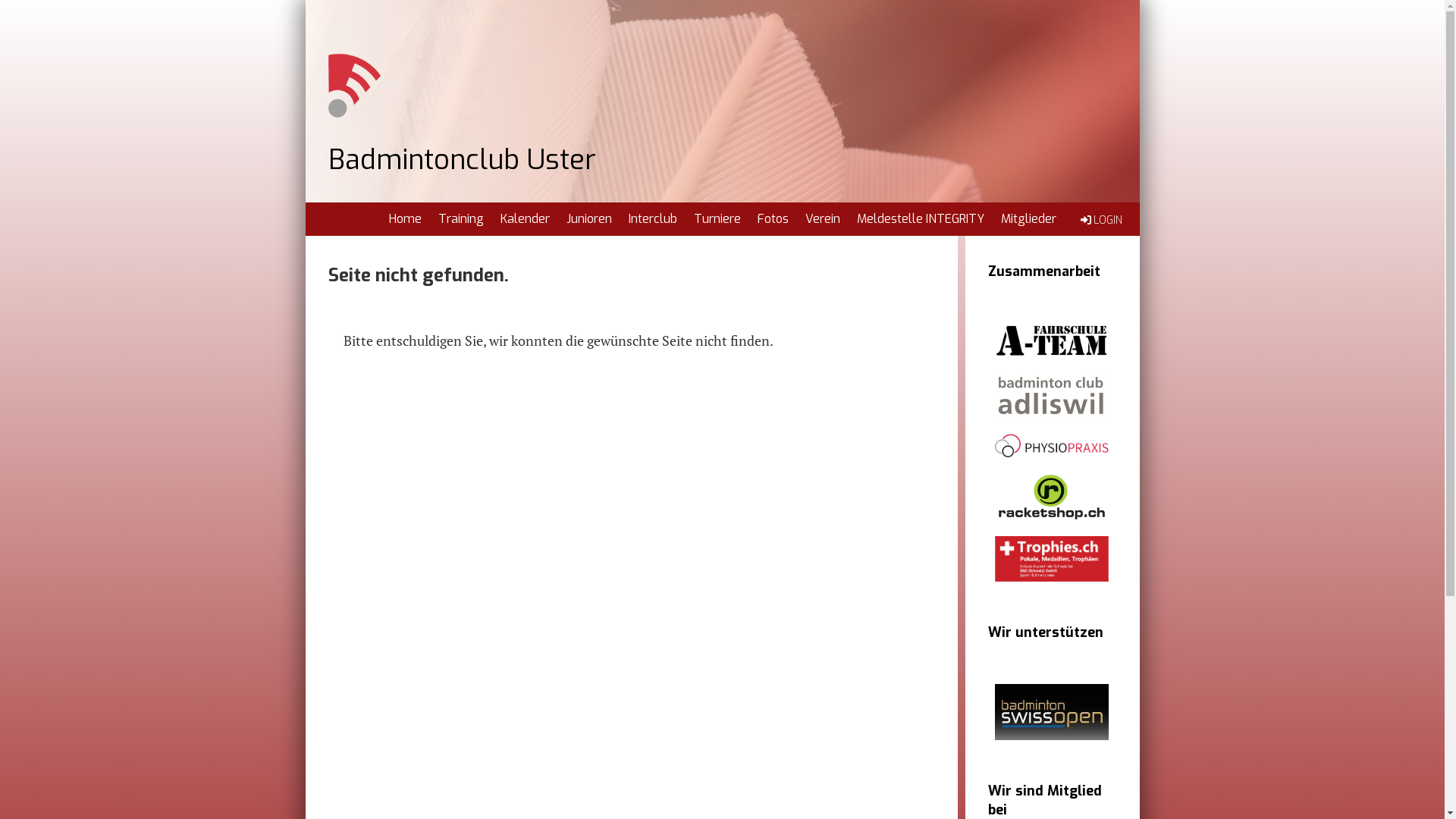 The image size is (1456, 819). I want to click on 'Meldestelle INTEGRITY', so click(919, 219).